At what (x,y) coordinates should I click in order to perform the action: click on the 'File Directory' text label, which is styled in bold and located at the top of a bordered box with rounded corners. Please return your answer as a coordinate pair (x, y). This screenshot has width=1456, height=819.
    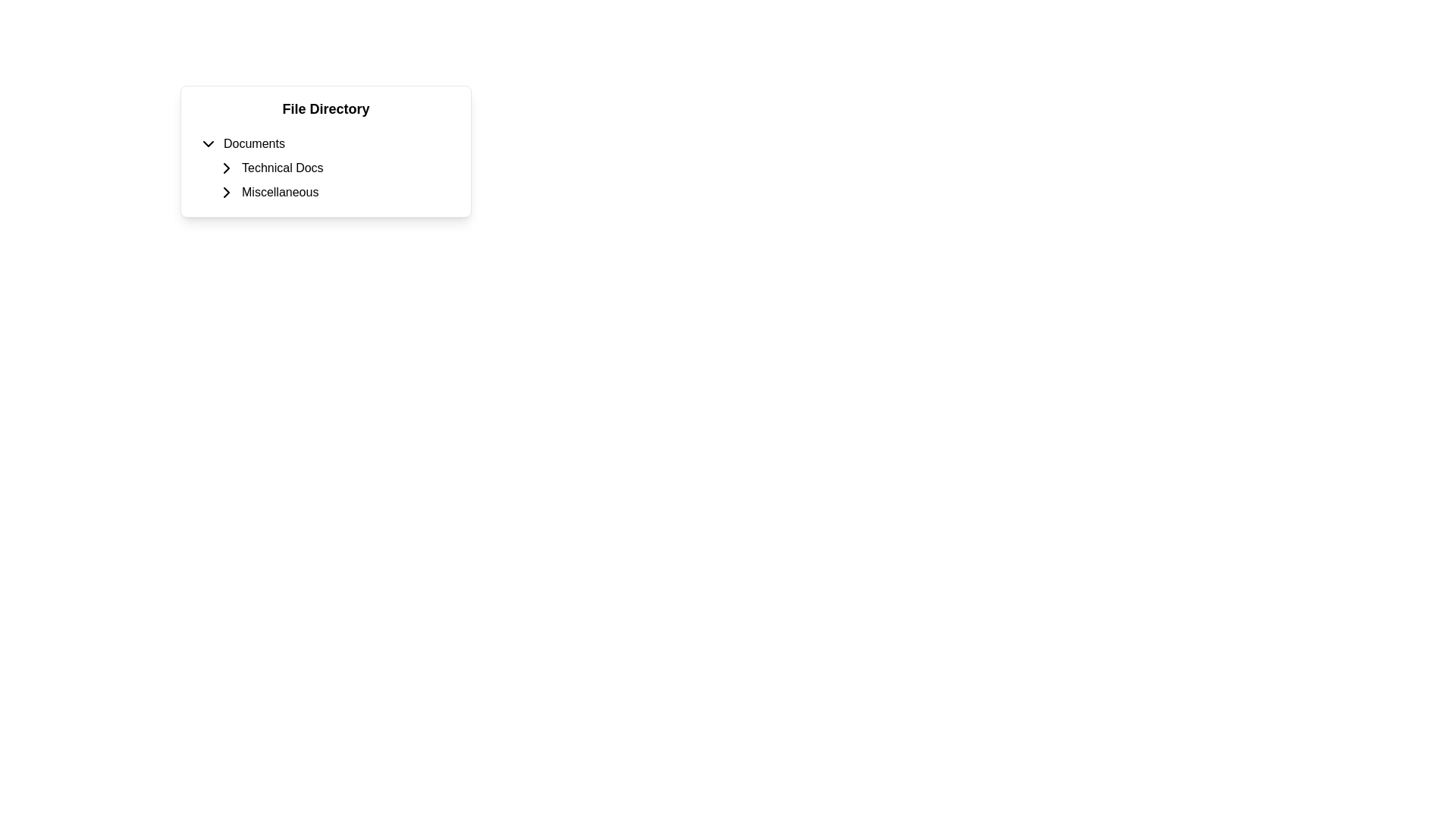
    Looking at the image, I should click on (325, 108).